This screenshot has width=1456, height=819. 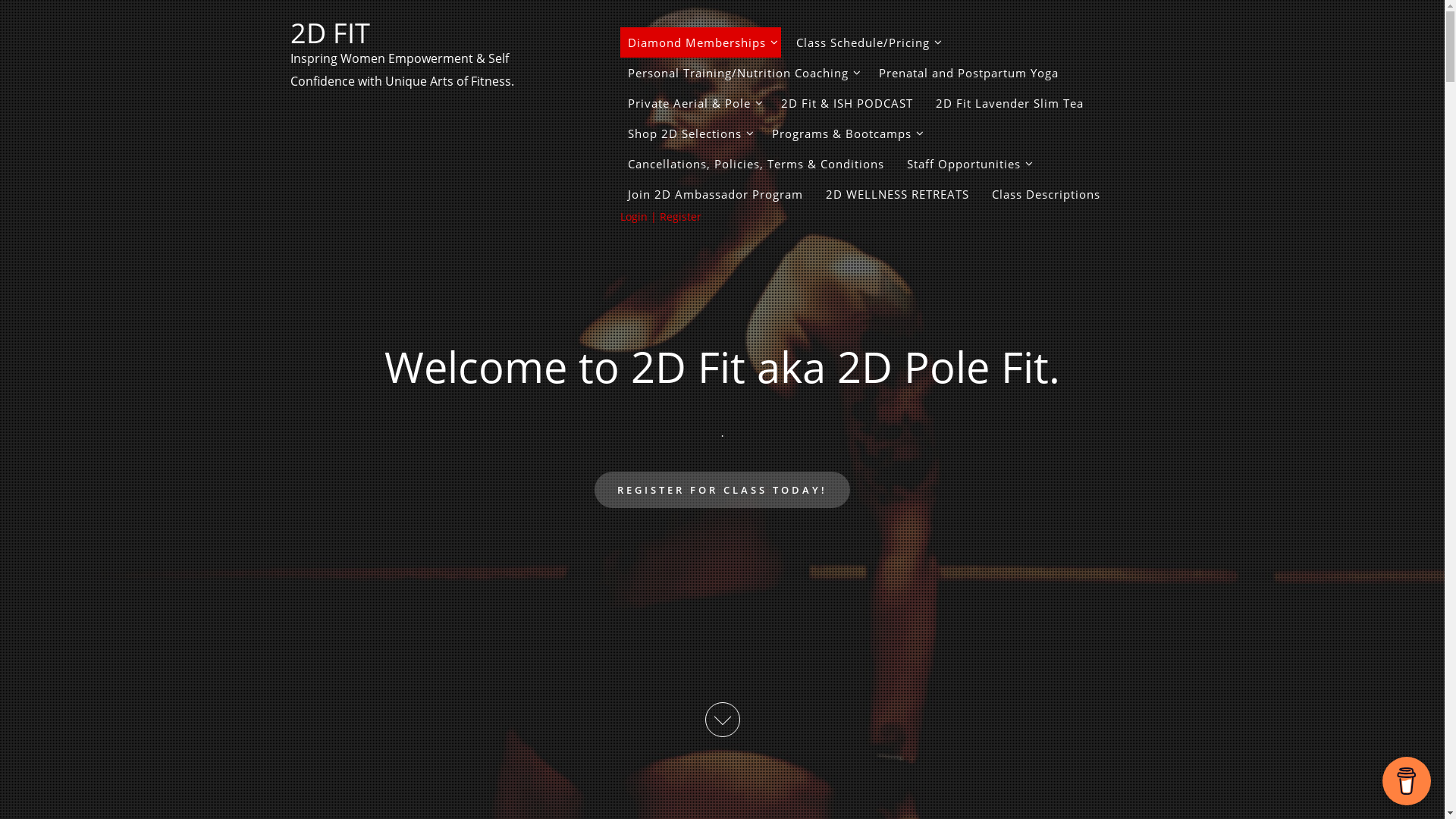 What do you see at coordinates (1045, 193) in the screenshot?
I see `'Class Descriptions'` at bounding box center [1045, 193].